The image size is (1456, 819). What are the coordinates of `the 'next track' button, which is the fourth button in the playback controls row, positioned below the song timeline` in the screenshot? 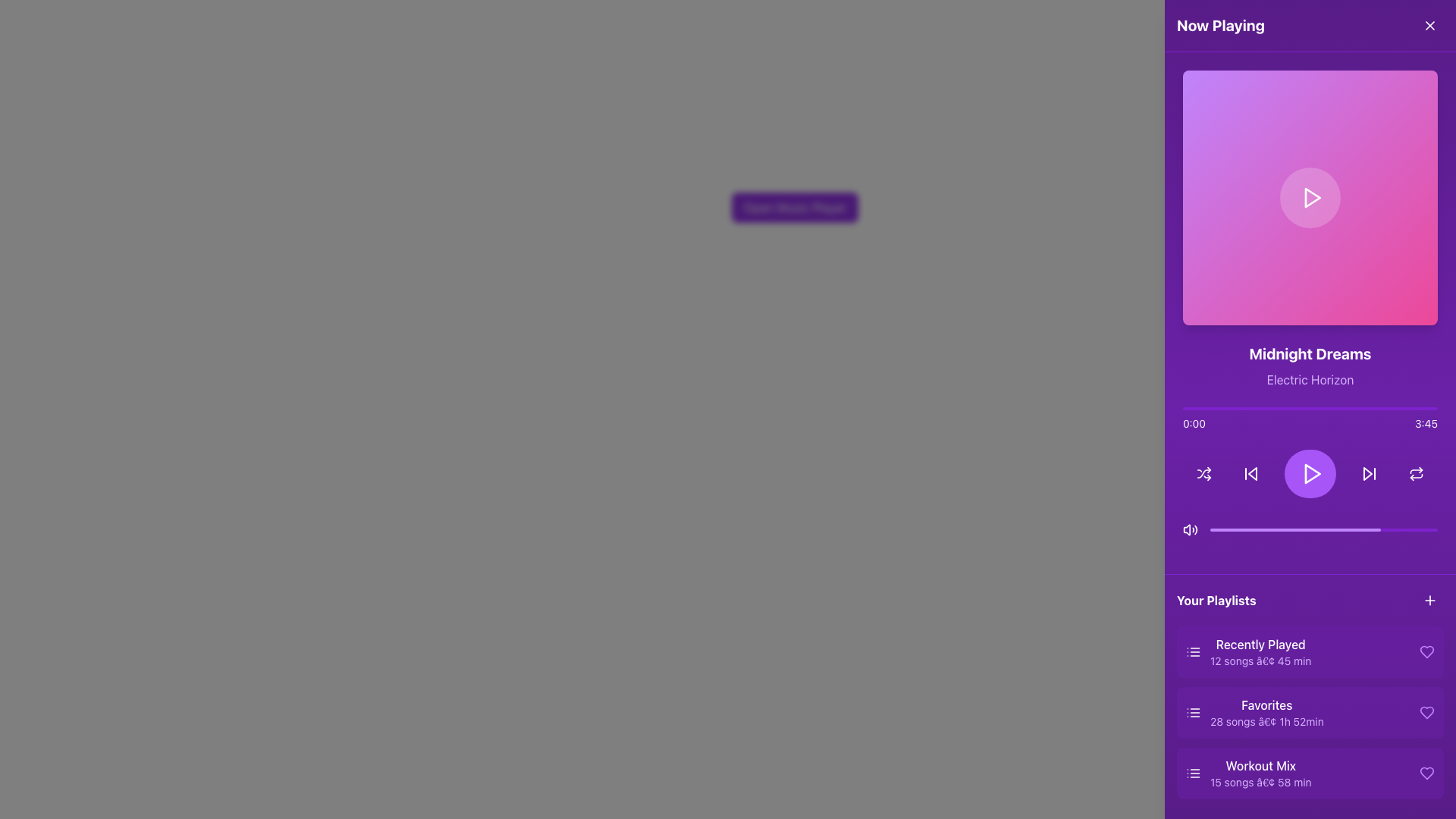 It's located at (1369, 472).